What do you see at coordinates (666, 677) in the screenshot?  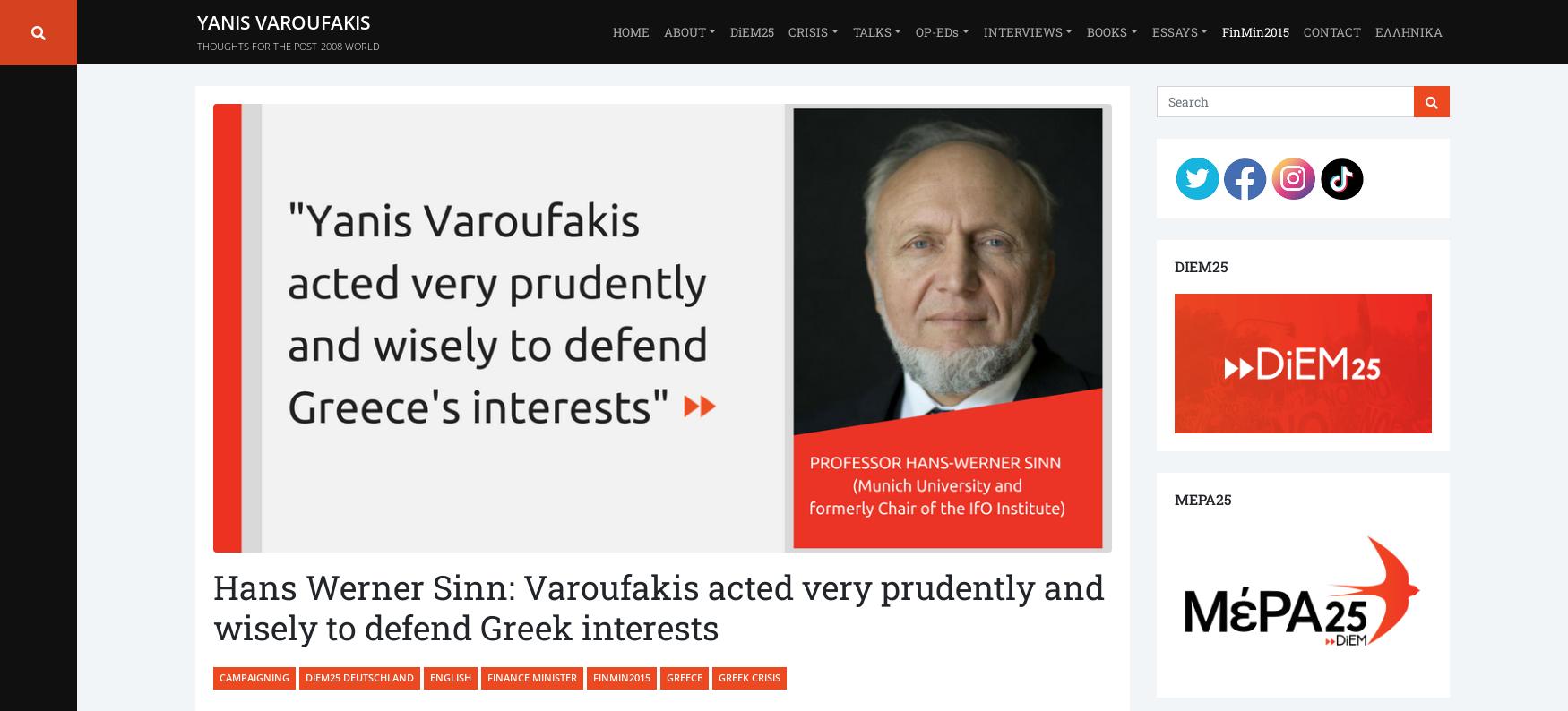 I see `'Greece'` at bounding box center [666, 677].